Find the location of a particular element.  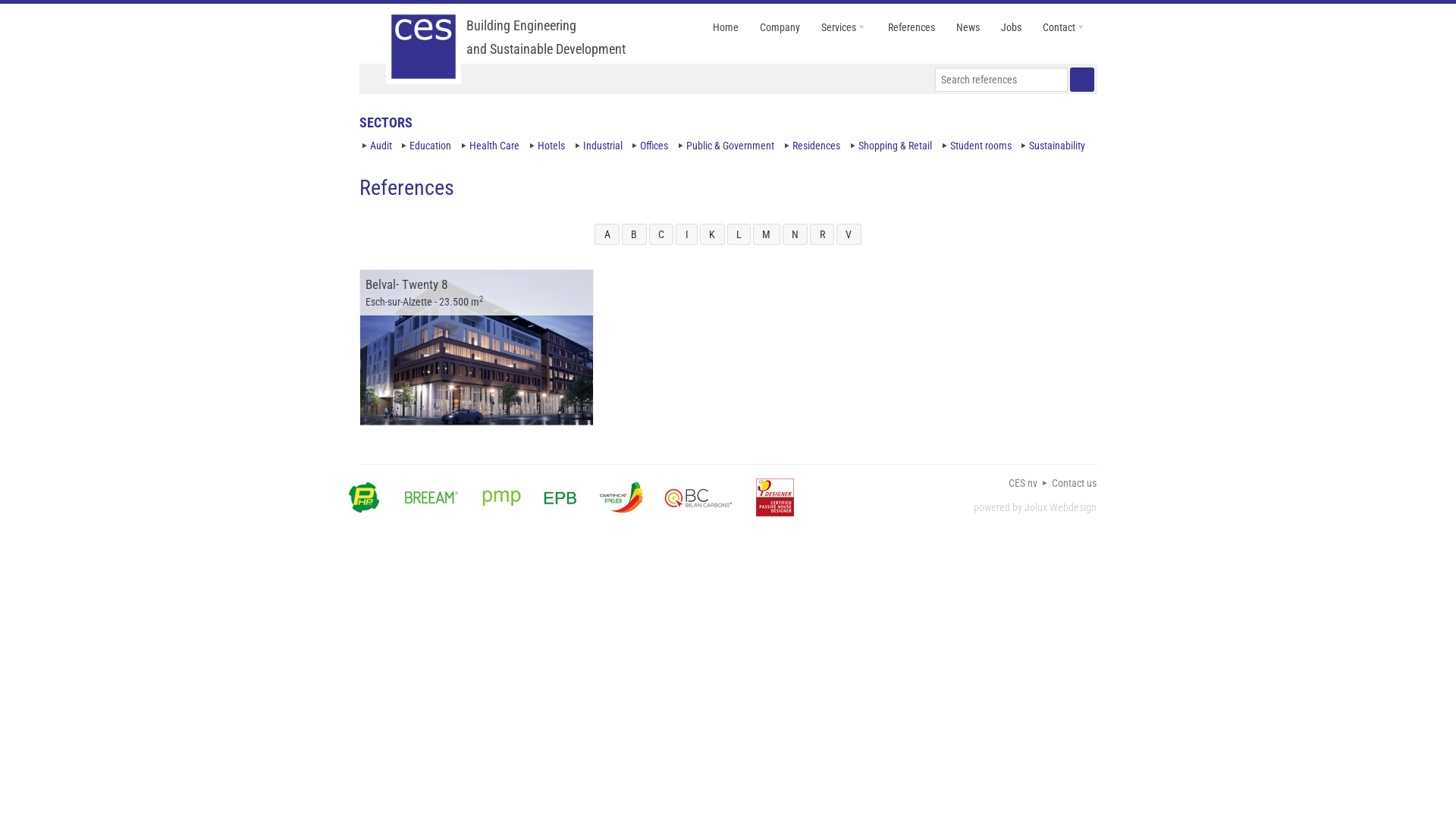

'Belval- Twenty 8 is located at coordinates (475, 347).